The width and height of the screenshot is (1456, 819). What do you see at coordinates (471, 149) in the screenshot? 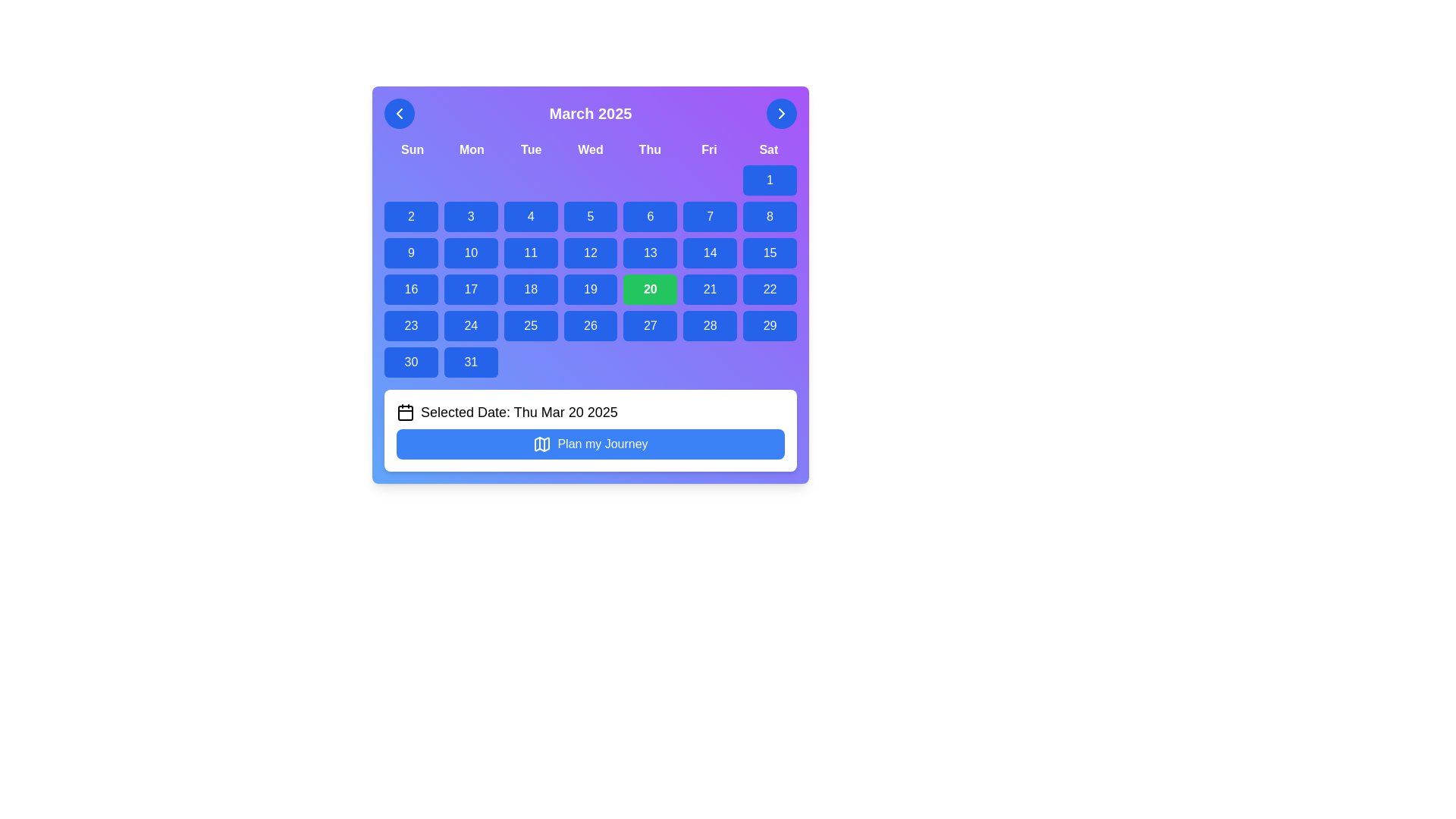
I see `the text label displaying 'Mon', which is the second item in a sequence of weekday abbreviations on the calendar interface` at bounding box center [471, 149].